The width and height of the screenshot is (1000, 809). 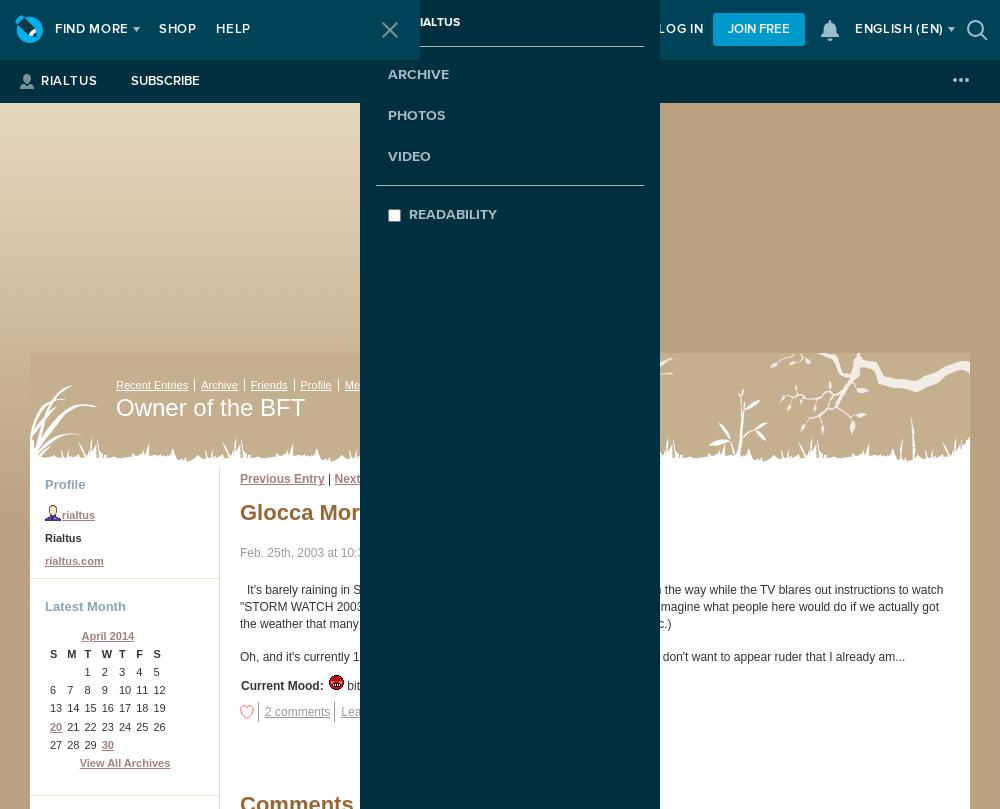 I want to click on 'English', so click(x=885, y=29).